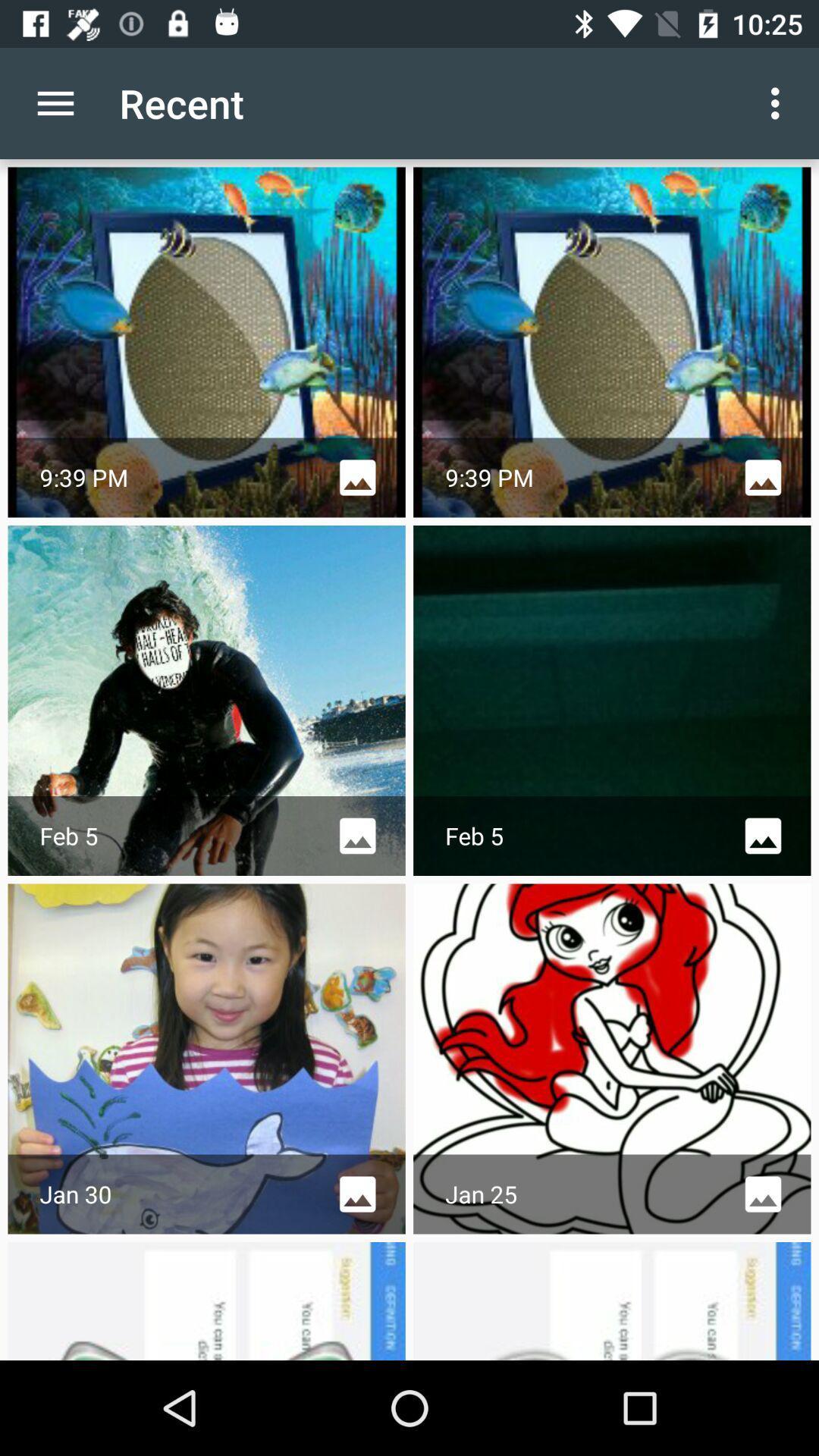 This screenshot has height=1456, width=819. What do you see at coordinates (779, 102) in the screenshot?
I see `app to the right of the recent item` at bounding box center [779, 102].